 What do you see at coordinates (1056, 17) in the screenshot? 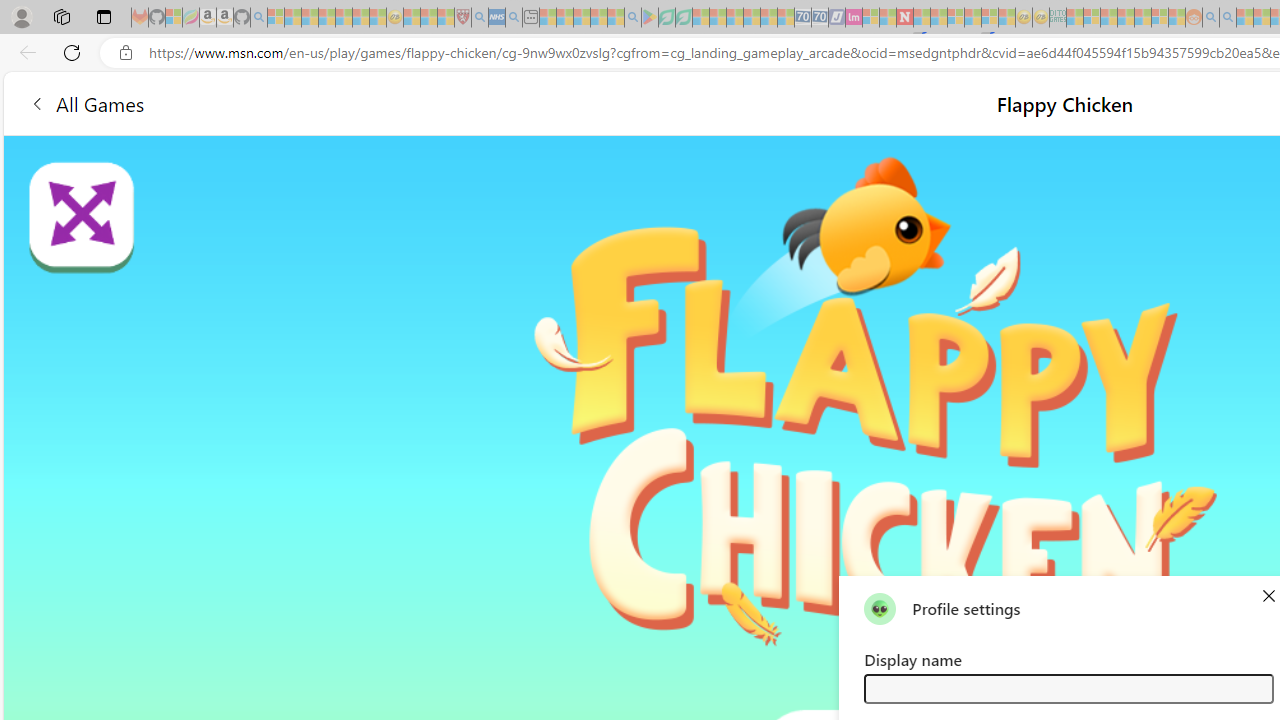
I see `'DITOGAMES AG Imprint - Sleeping'` at bounding box center [1056, 17].